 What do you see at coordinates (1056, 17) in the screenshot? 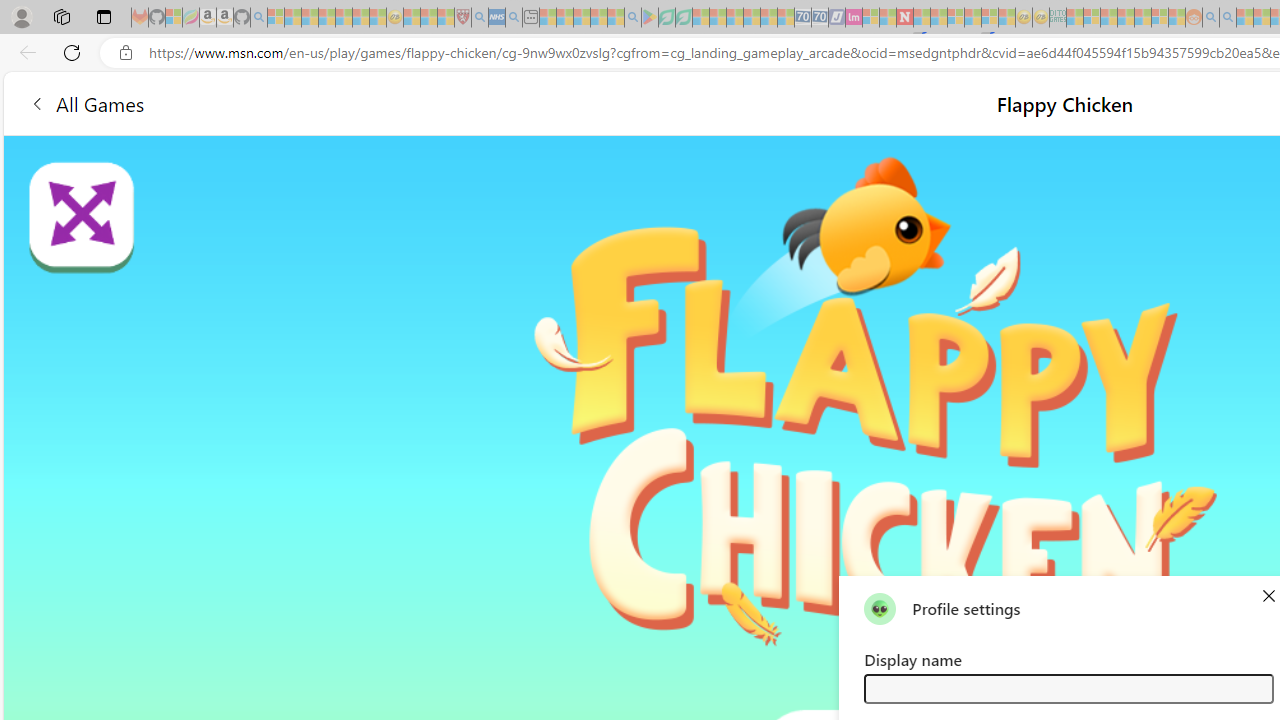
I see `'DITOGAMES AG Imprint - Sleeping'` at bounding box center [1056, 17].